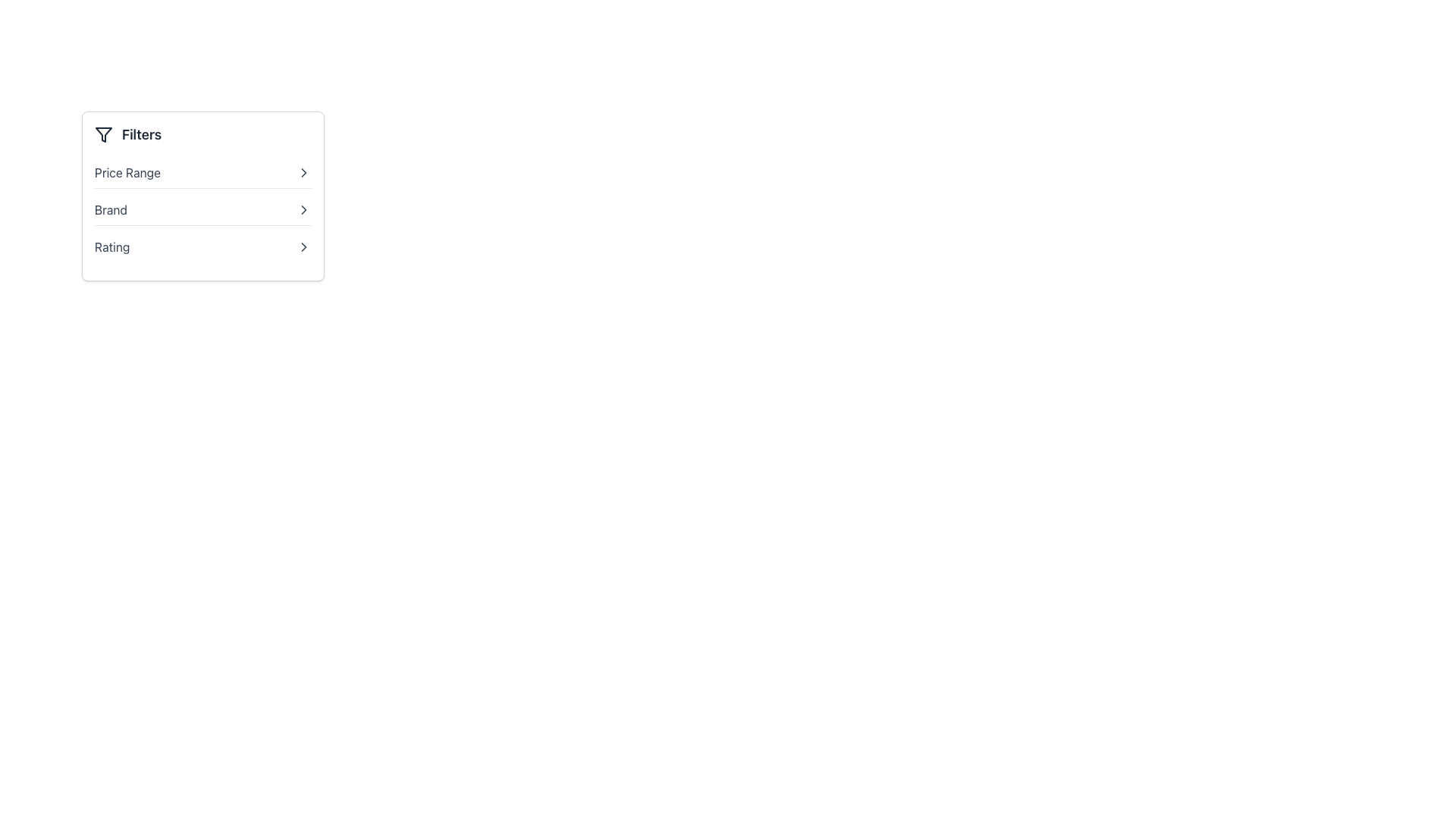 This screenshot has height=819, width=1456. What do you see at coordinates (303, 171) in the screenshot?
I see `the icon on the far right side of the 'Price Range' row` at bounding box center [303, 171].